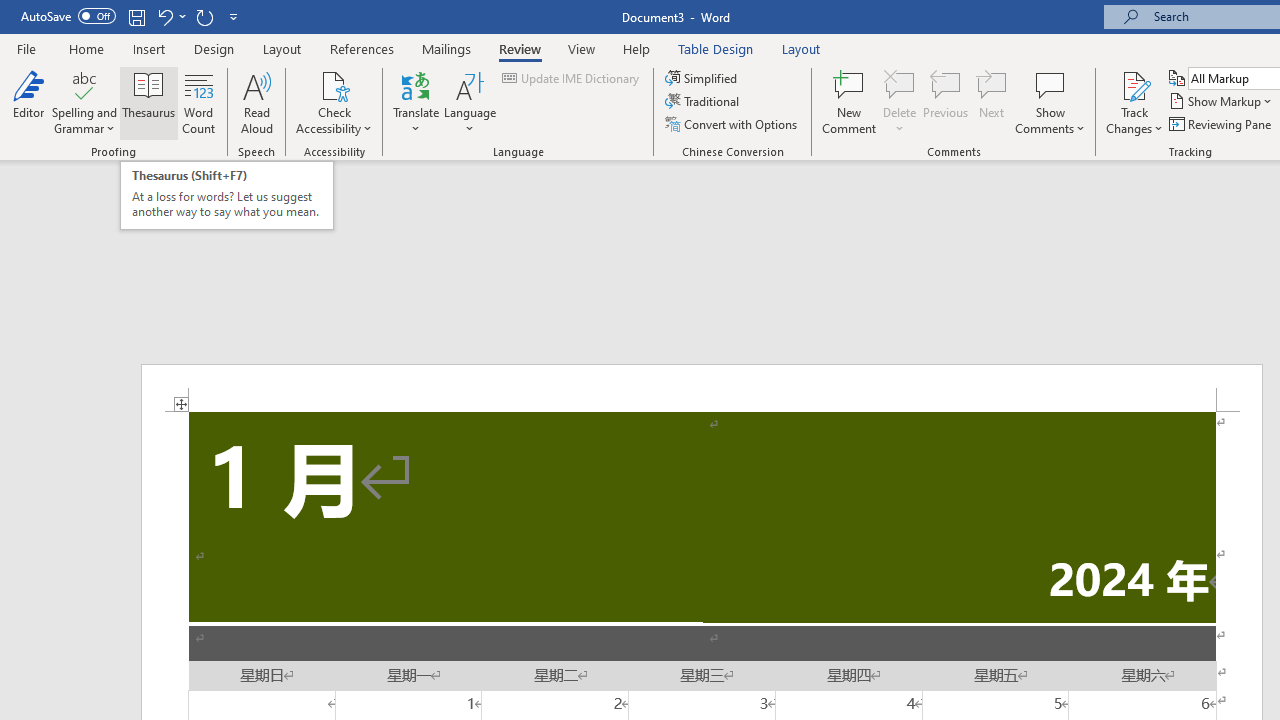 The image size is (1280, 720). Describe the element at coordinates (204, 16) in the screenshot. I see `'Repeat Doc Close'` at that location.